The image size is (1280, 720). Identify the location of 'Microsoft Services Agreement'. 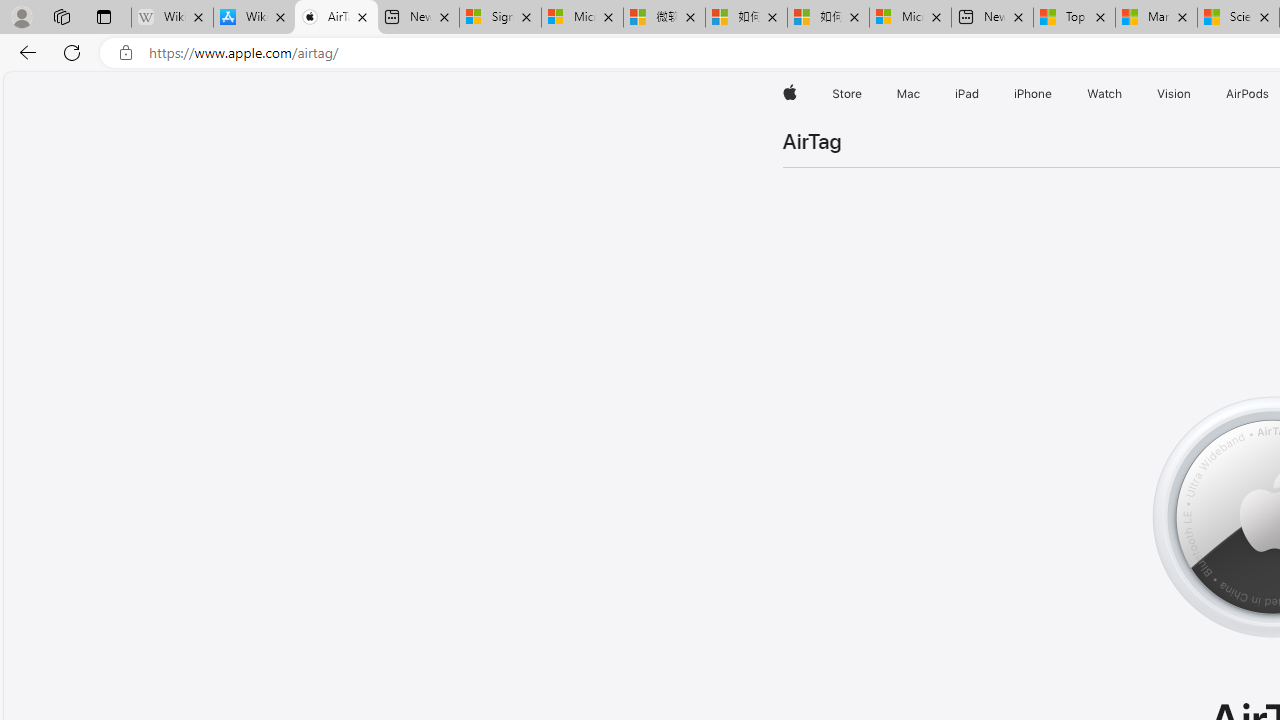
(581, 17).